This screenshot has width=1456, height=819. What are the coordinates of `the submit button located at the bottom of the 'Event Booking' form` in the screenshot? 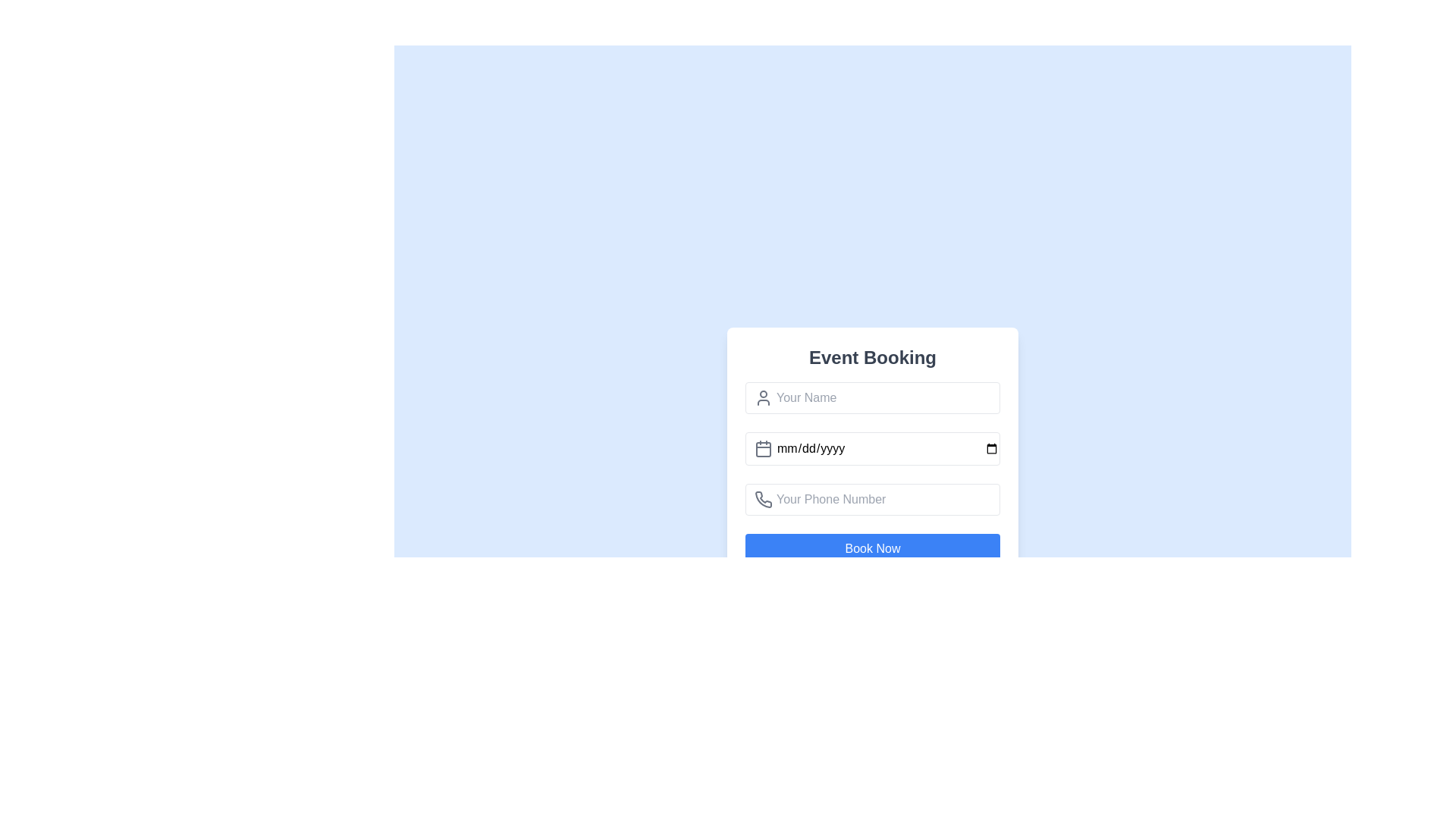 It's located at (873, 549).